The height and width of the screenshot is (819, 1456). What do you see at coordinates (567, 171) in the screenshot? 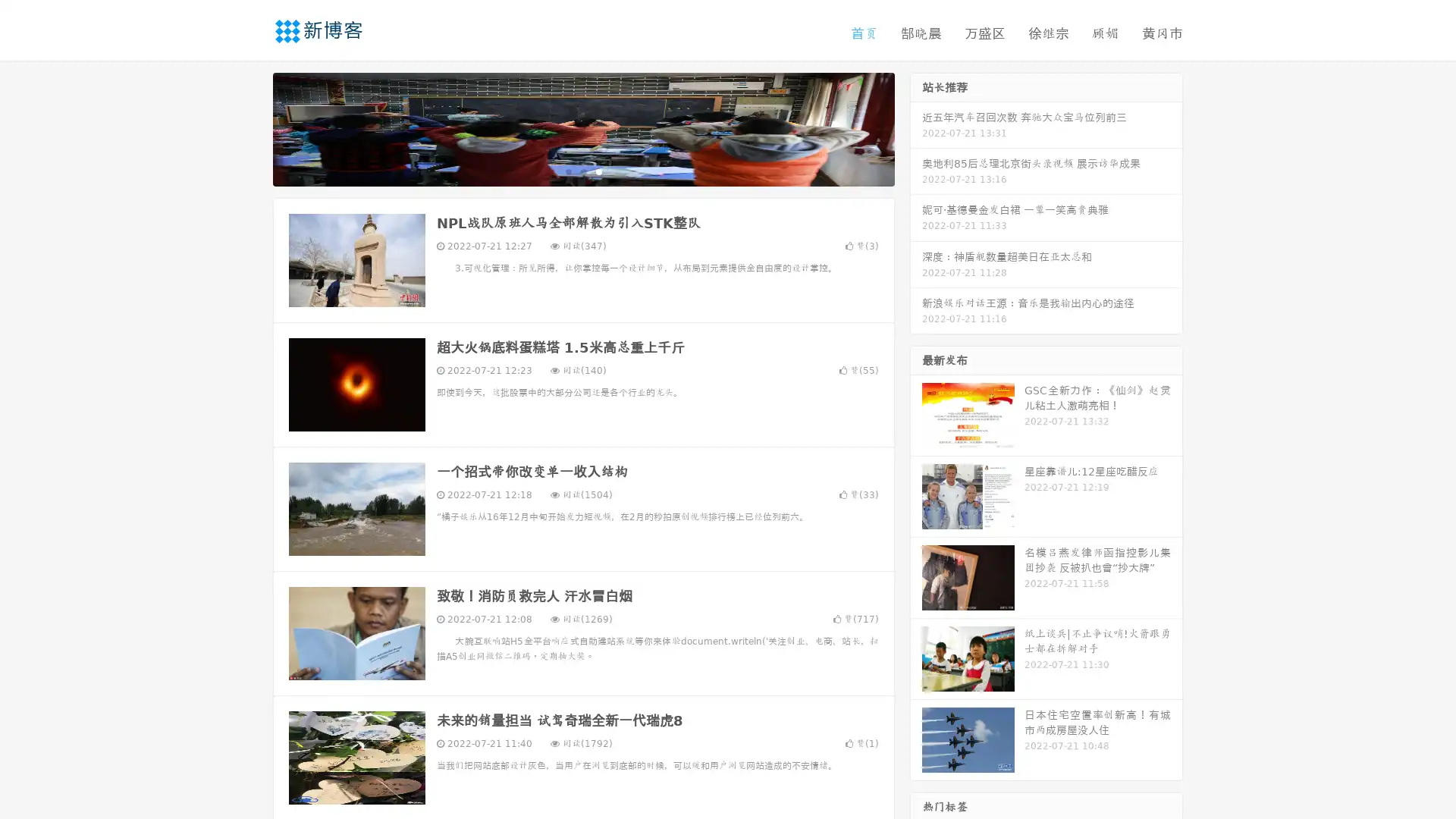
I see `Go to slide 1` at bounding box center [567, 171].